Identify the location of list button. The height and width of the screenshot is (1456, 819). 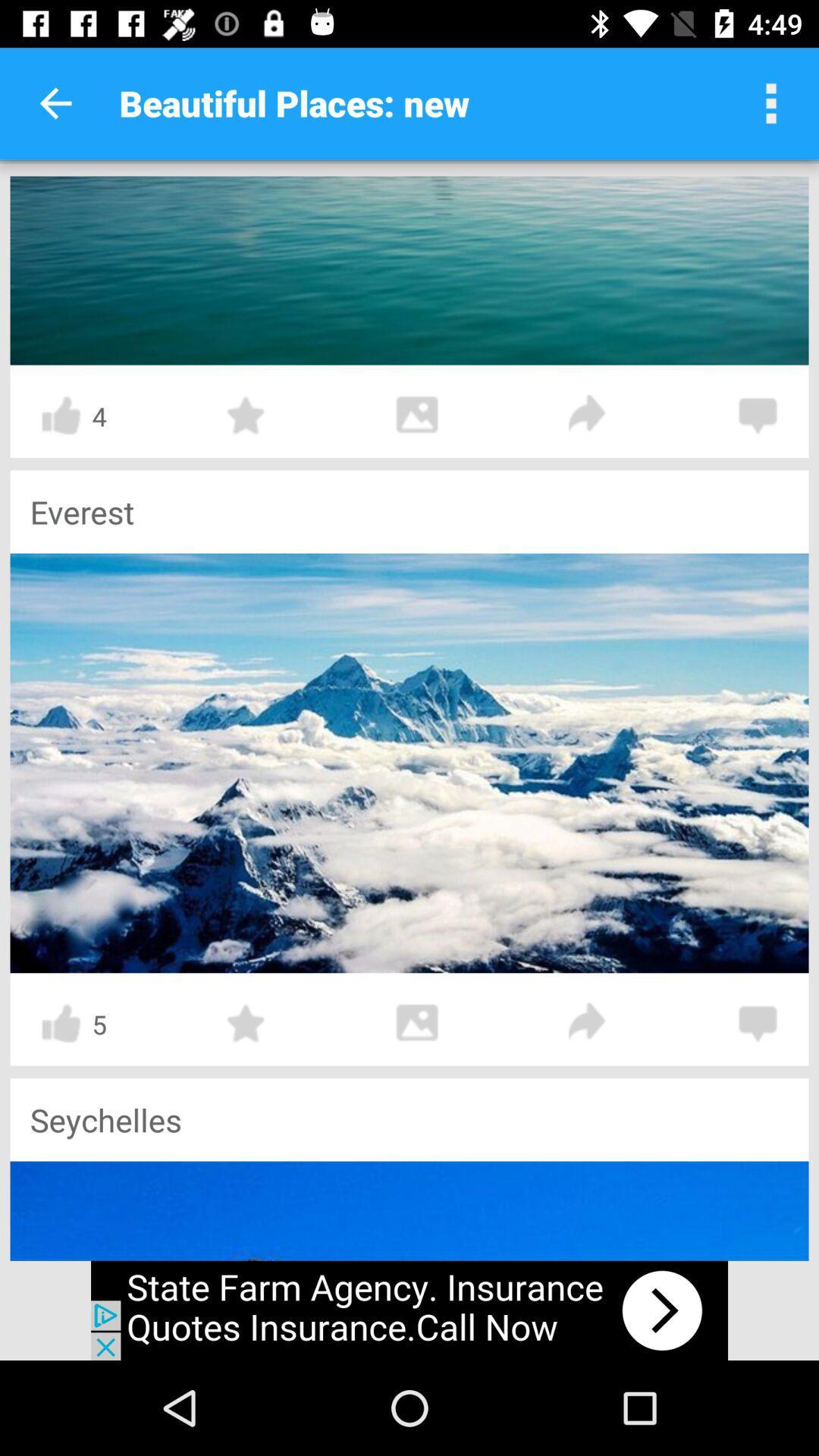
(771, 102).